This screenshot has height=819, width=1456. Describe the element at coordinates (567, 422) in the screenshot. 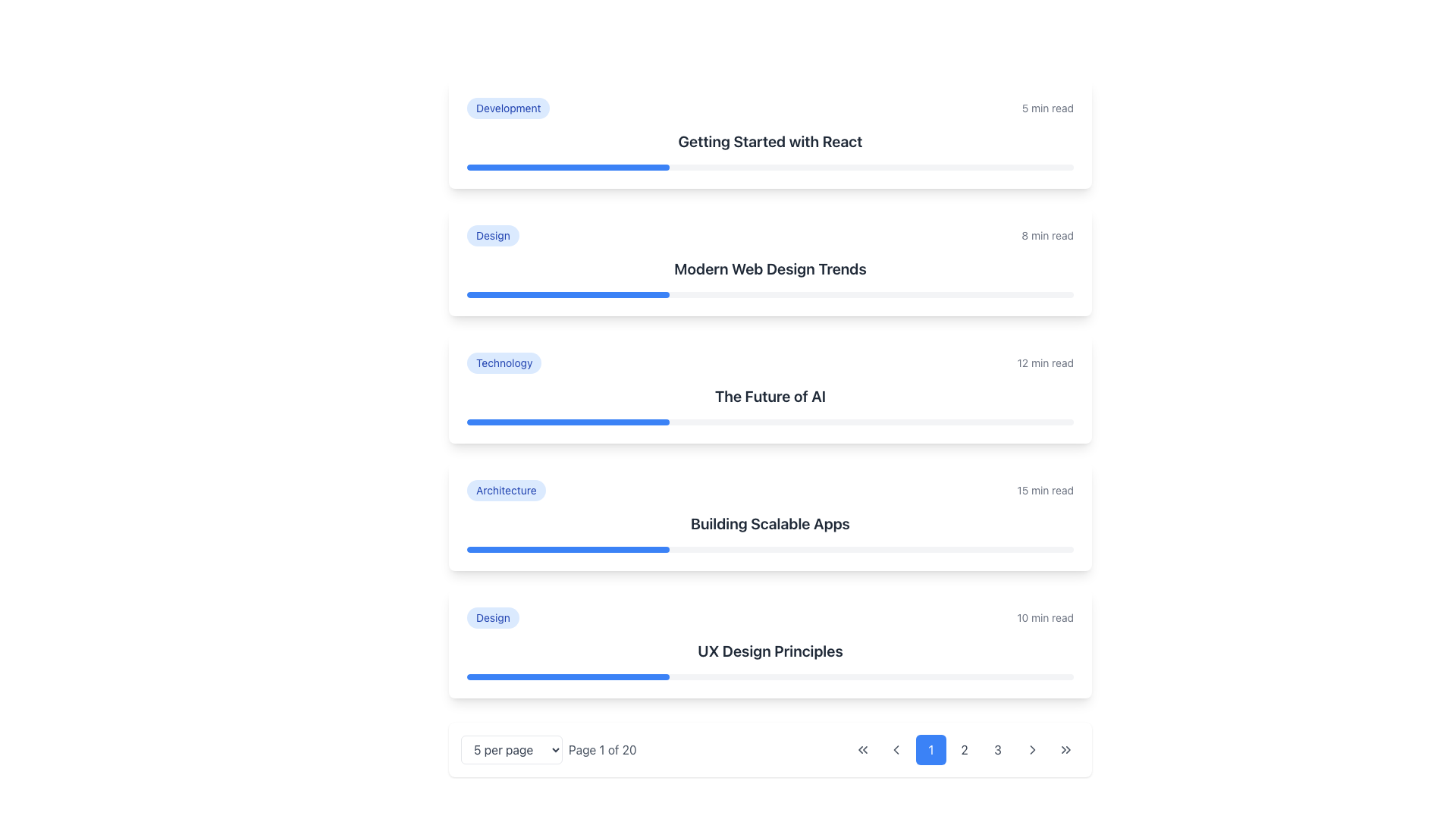

I see `the progress visually by interacting with the progress bar segment indicating one-third completion, located in 'The Future of AI' section` at that location.